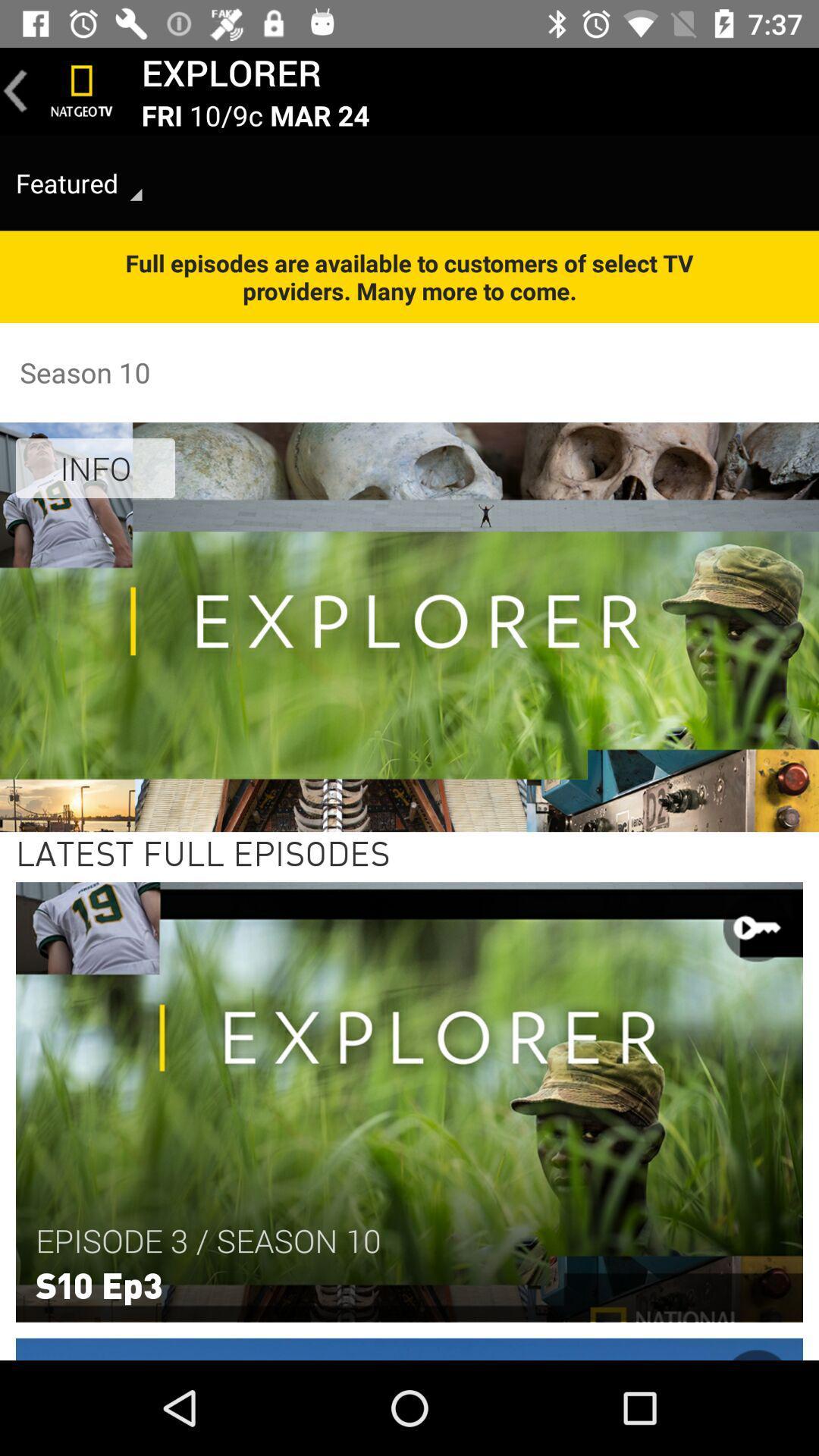 The width and height of the screenshot is (819, 1456). What do you see at coordinates (208, 1241) in the screenshot?
I see `episode 3 season` at bounding box center [208, 1241].